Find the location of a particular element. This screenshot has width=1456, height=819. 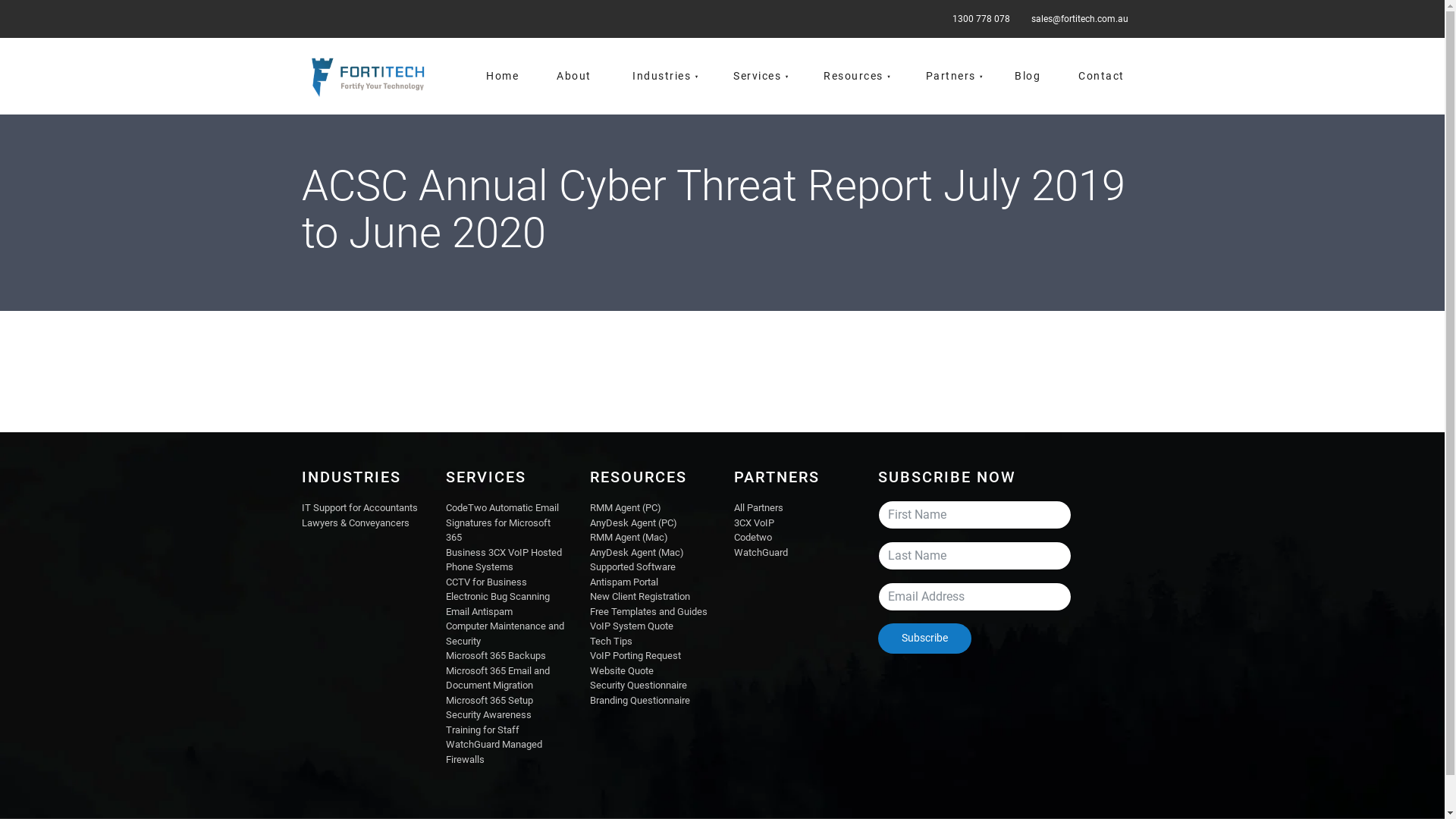

'Branding Questionnaire' is located at coordinates (640, 700).